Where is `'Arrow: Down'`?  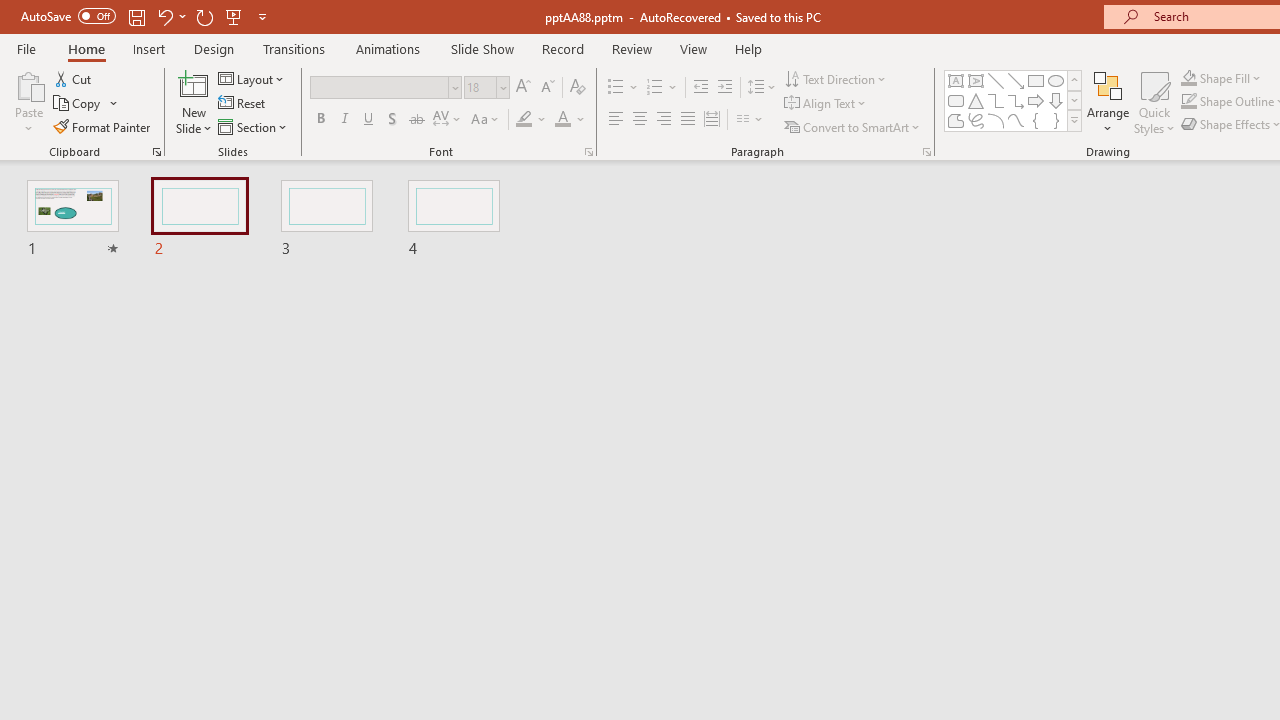
'Arrow: Down' is located at coordinates (1055, 100).